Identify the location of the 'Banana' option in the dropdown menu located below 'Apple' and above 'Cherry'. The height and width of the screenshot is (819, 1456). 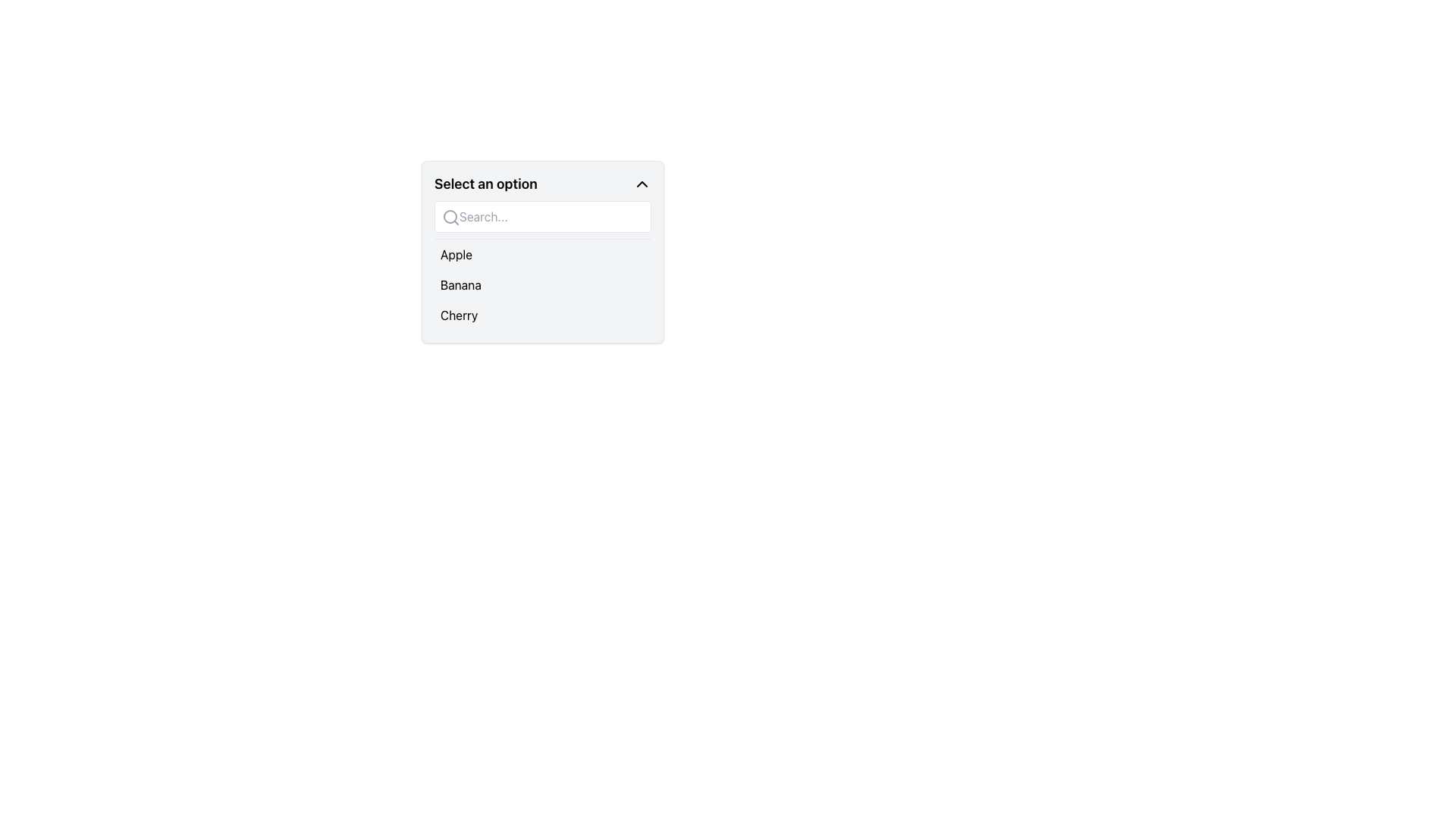
(542, 284).